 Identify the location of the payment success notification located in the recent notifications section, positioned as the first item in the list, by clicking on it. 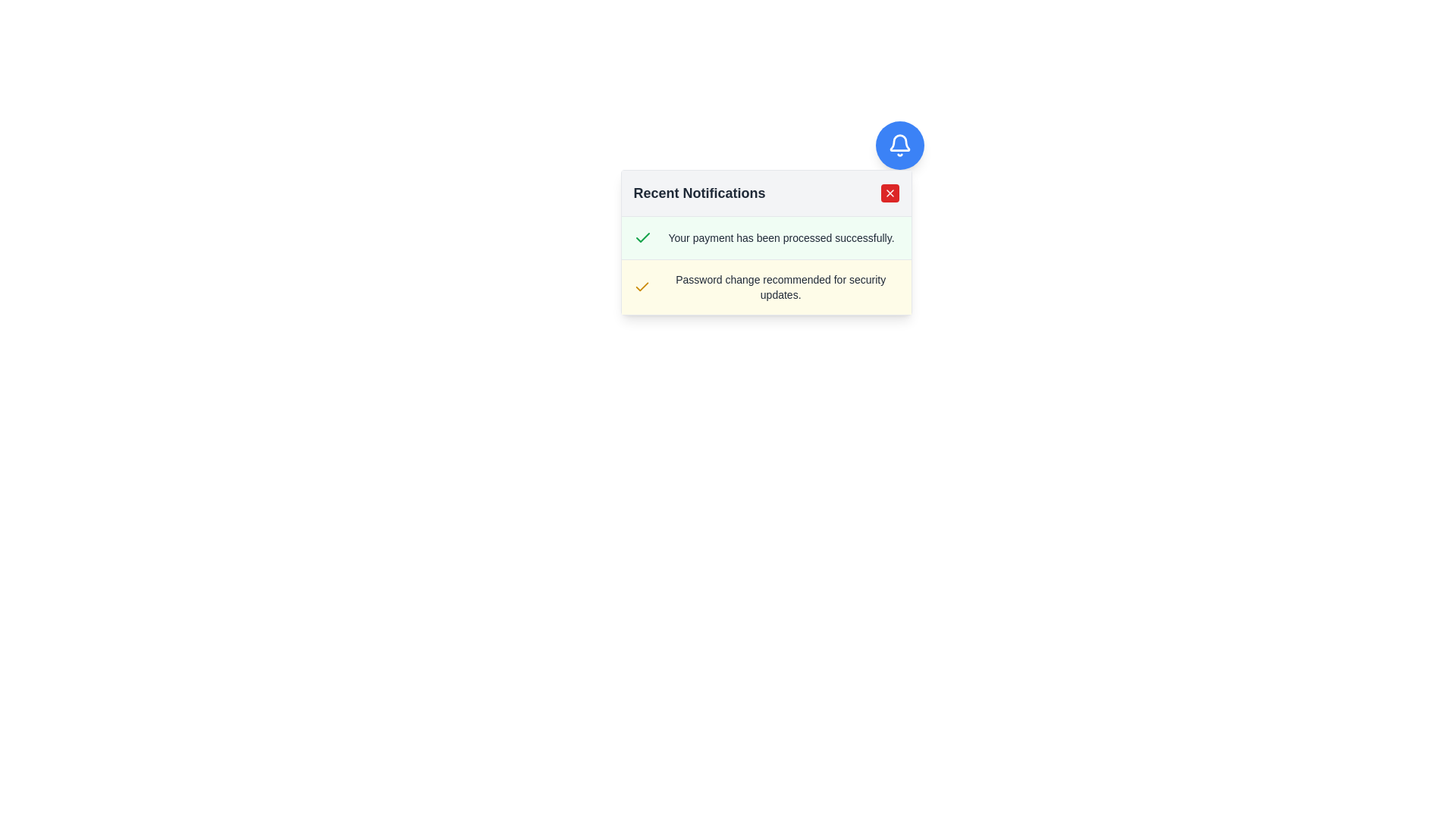
(766, 238).